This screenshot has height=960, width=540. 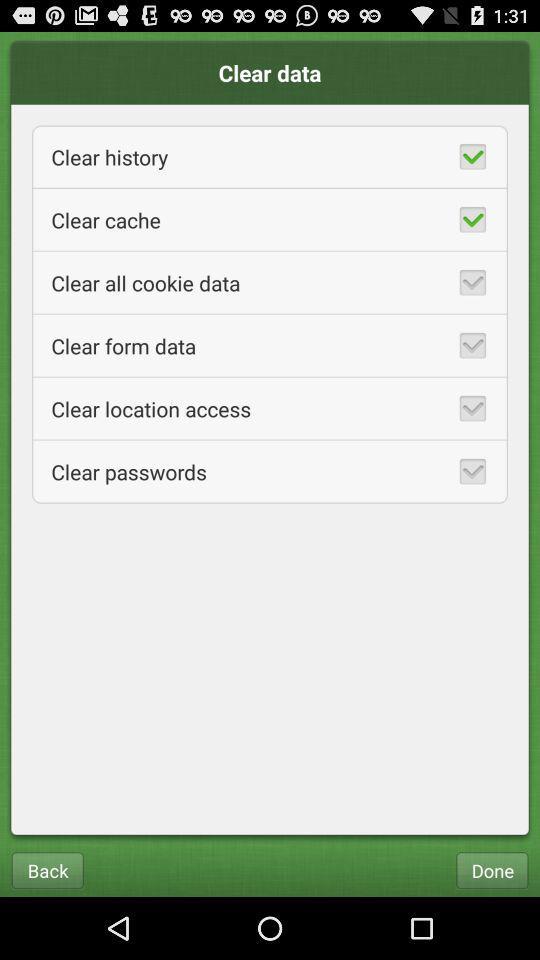 I want to click on the item above clear form data item, so click(x=270, y=281).